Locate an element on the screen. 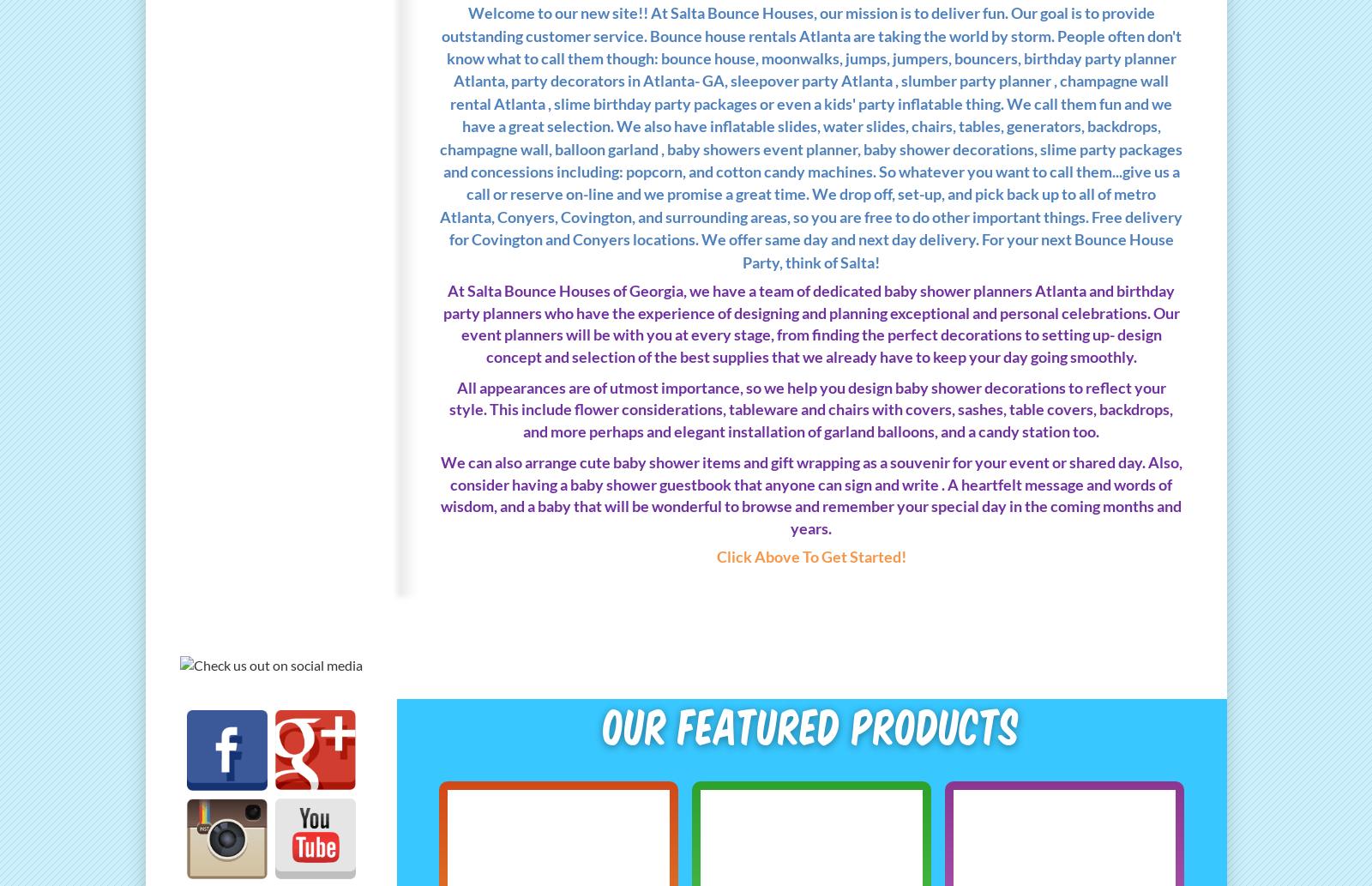 The image size is (1372, 886). 'Click Above To Get Started!' is located at coordinates (809, 555).